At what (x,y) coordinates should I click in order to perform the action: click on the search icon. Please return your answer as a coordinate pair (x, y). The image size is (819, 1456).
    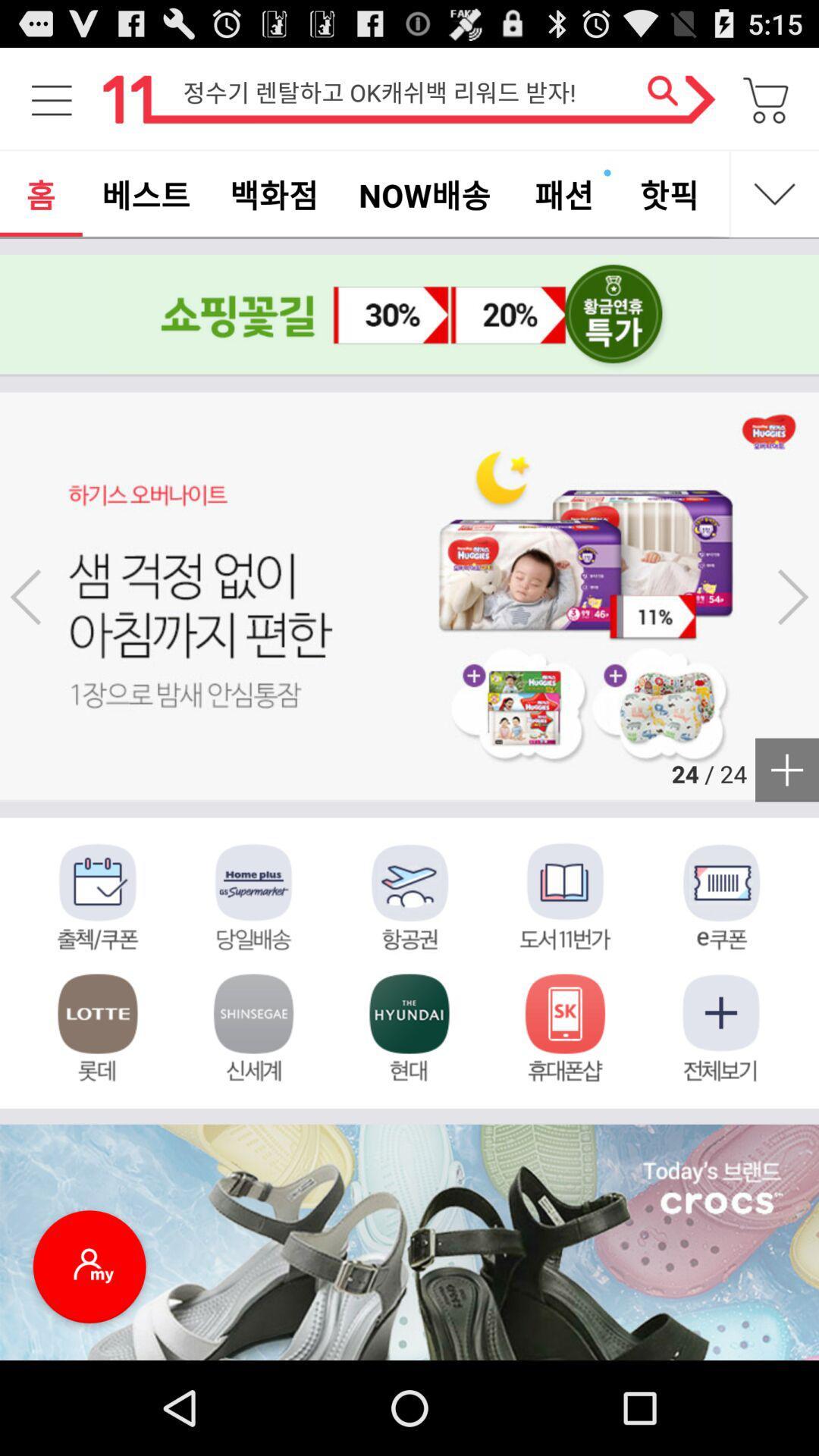
    Looking at the image, I should click on (670, 105).